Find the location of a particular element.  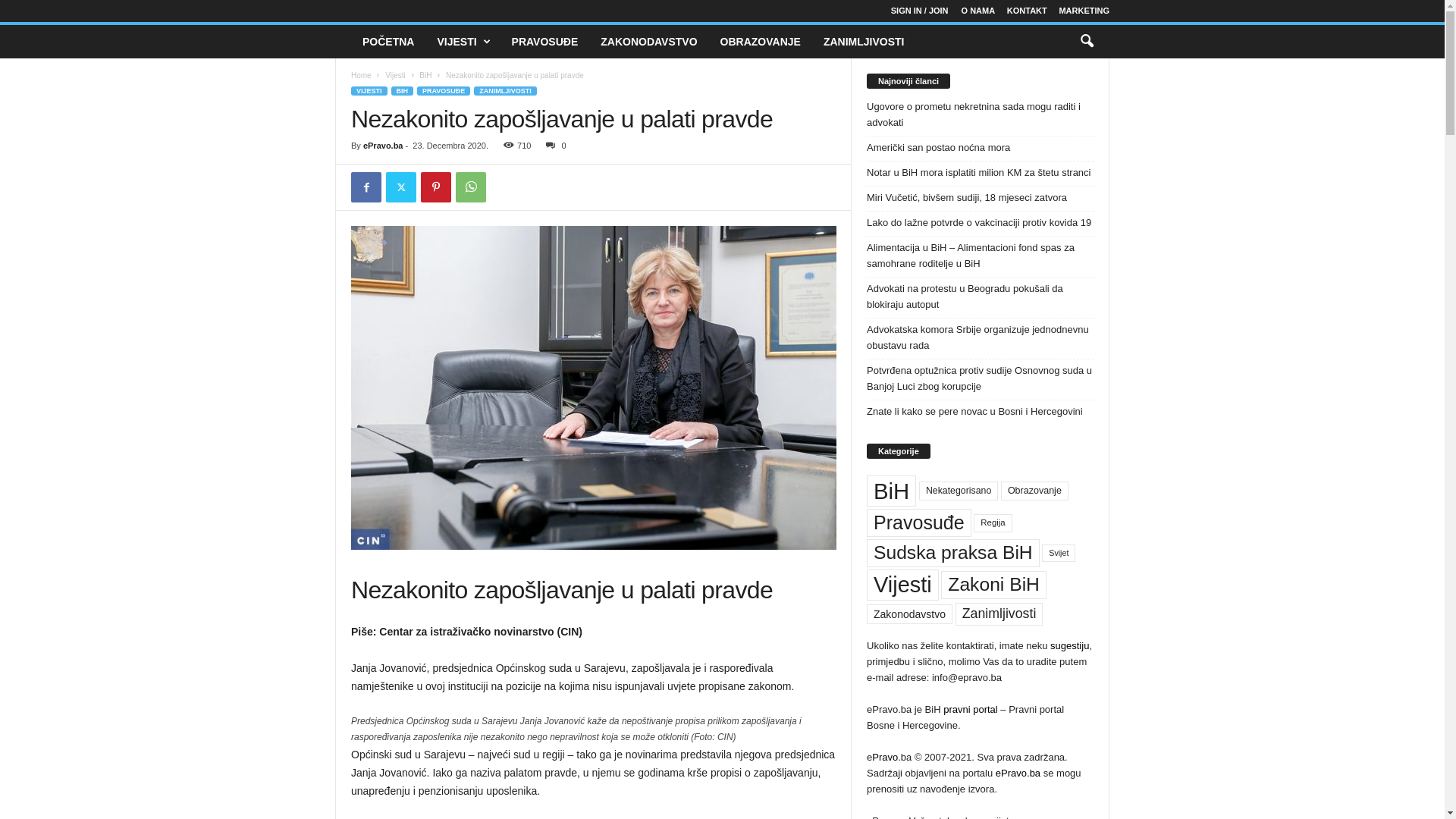

'ZAKONODAVSTVO' is located at coordinates (648, 40).